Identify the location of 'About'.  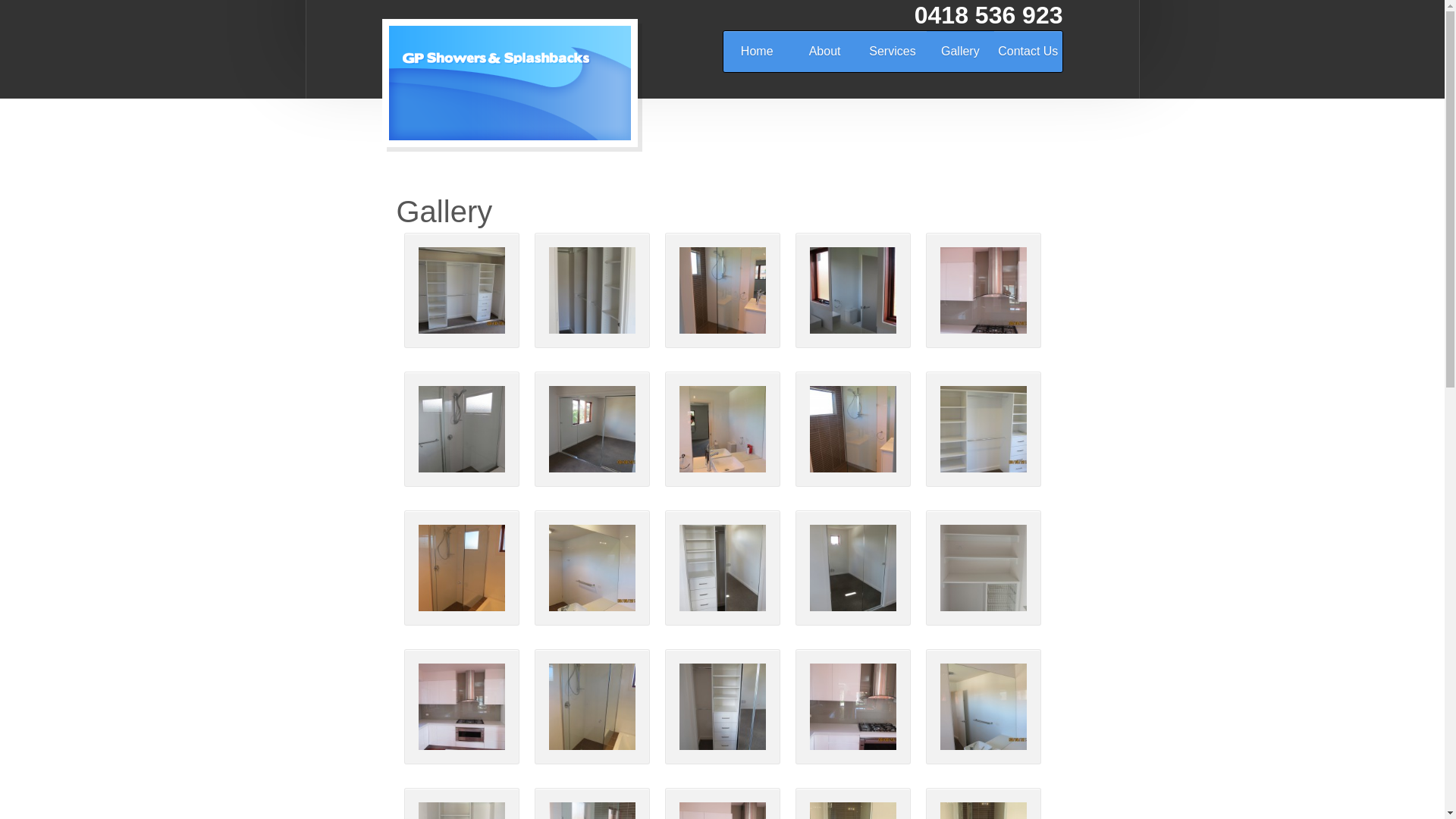
(824, 51).